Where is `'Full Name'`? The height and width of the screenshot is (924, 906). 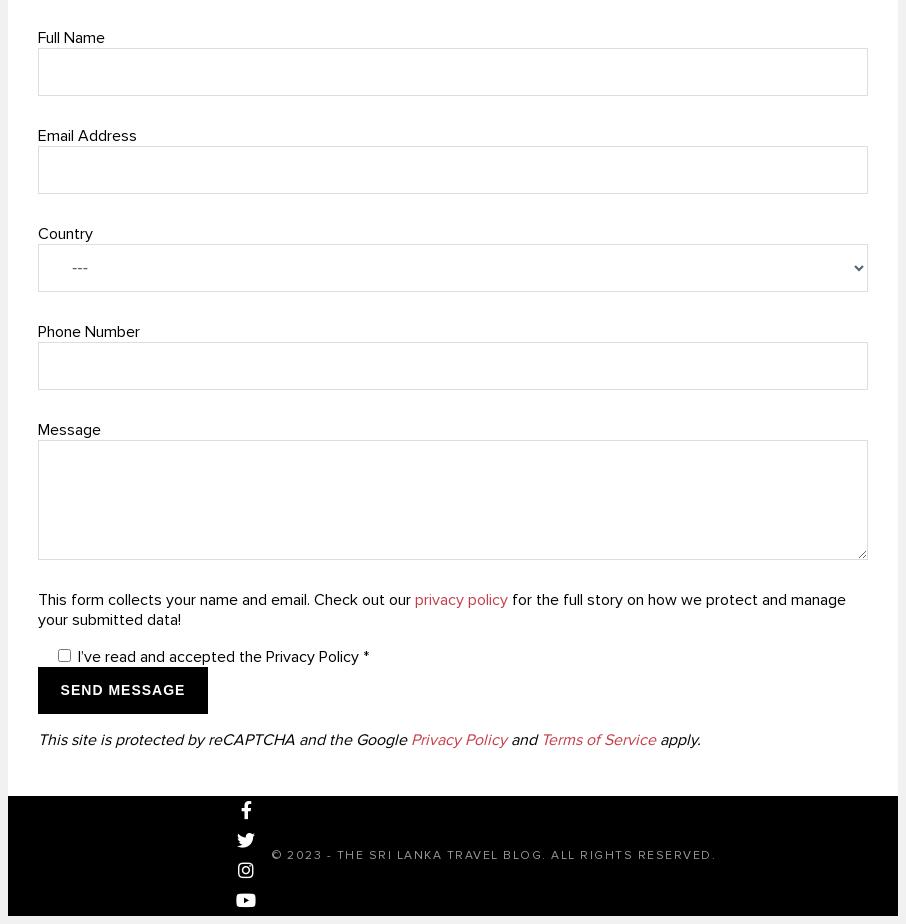
'Full Name' is located at coordinates (36, 36).